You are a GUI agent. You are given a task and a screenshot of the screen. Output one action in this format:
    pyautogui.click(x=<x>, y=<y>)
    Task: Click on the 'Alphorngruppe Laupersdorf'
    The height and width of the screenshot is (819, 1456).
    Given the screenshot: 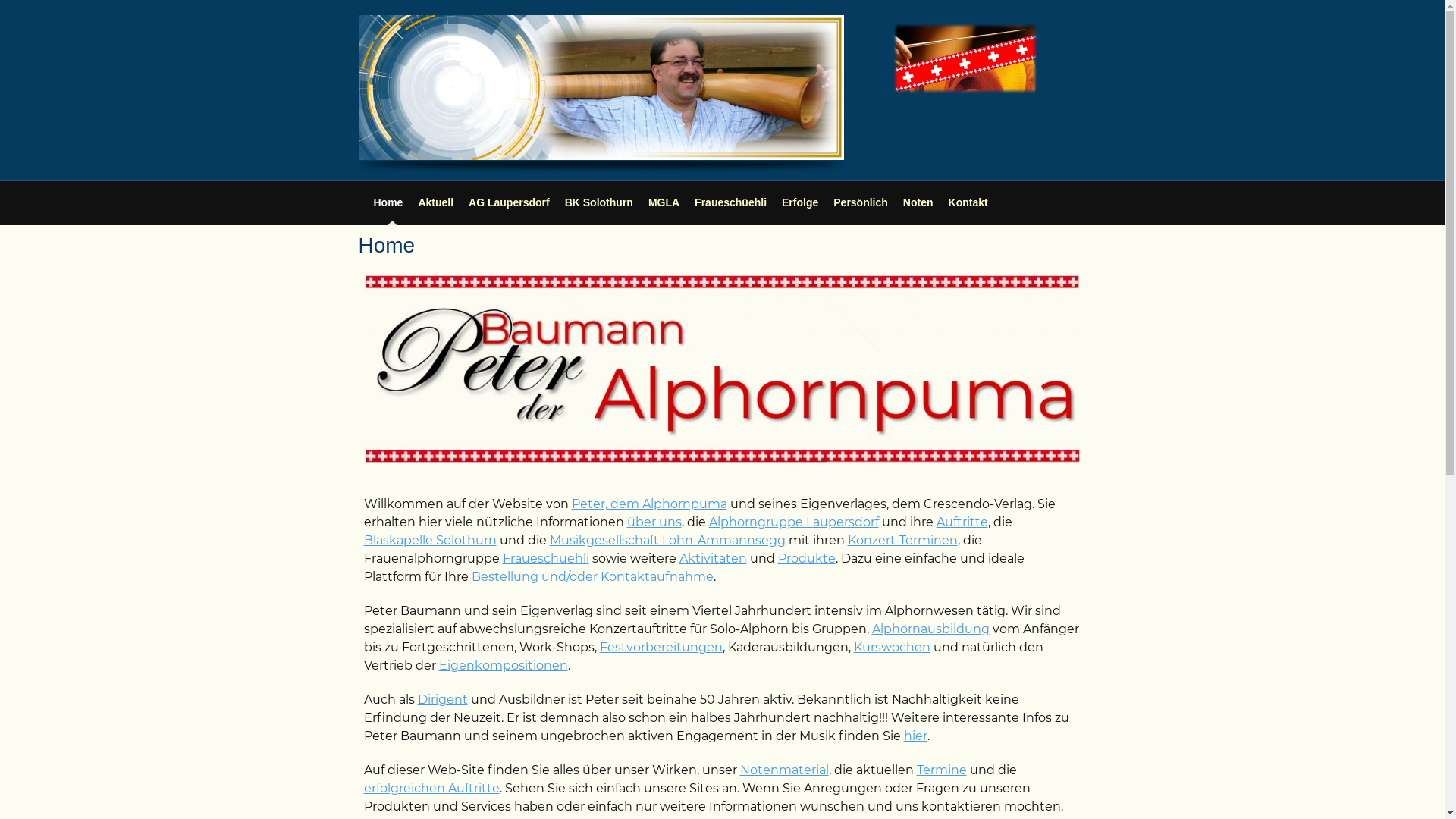 What is the action you would take?
    pyautogui.click(x=792, y=521)
    